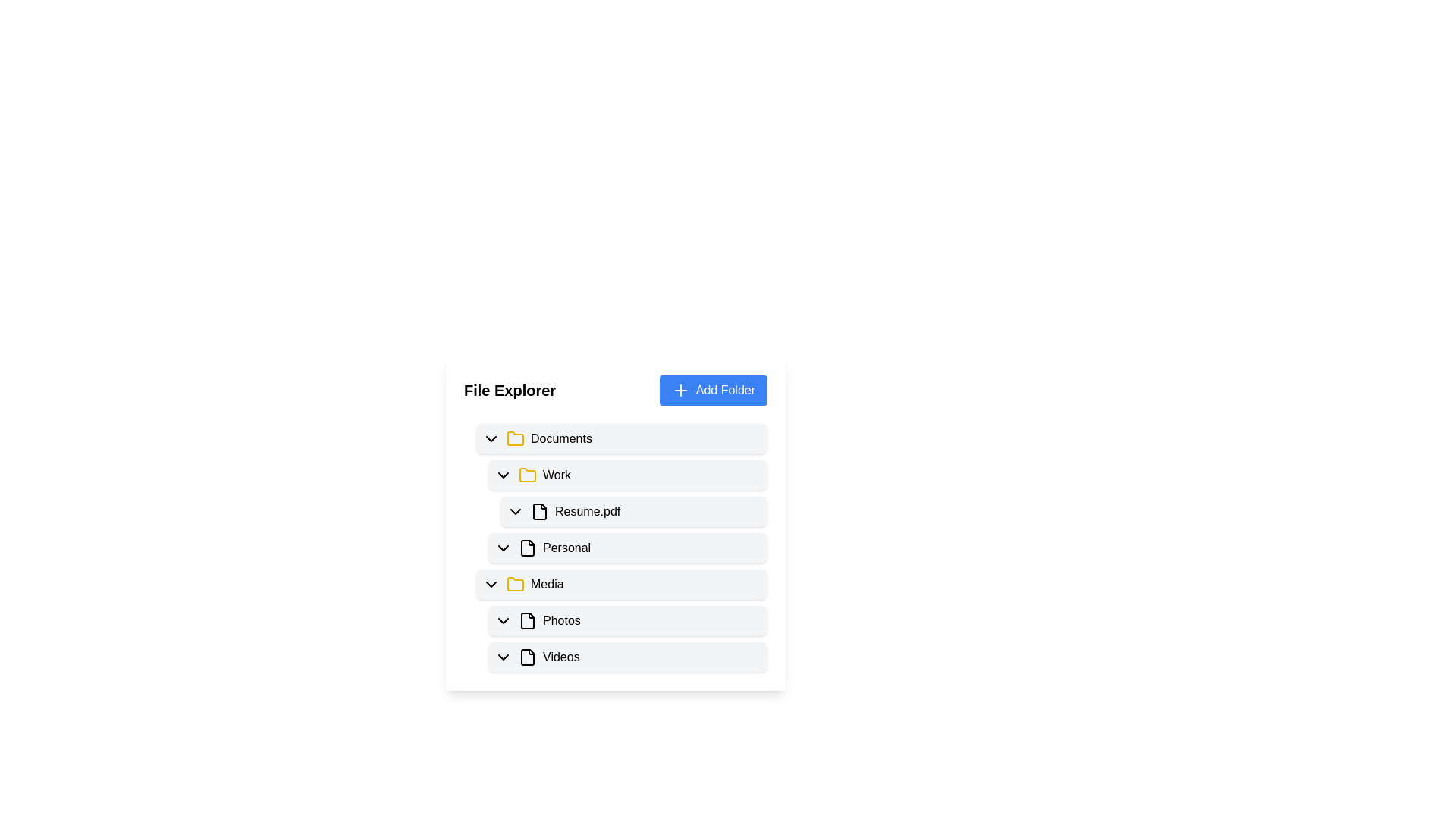 The height and width of the screenshot is (819, 1456). I want to click on the '+' icon within the blue 'Add Folder' button located near the top-right corner of the interface, so click(679, 390).